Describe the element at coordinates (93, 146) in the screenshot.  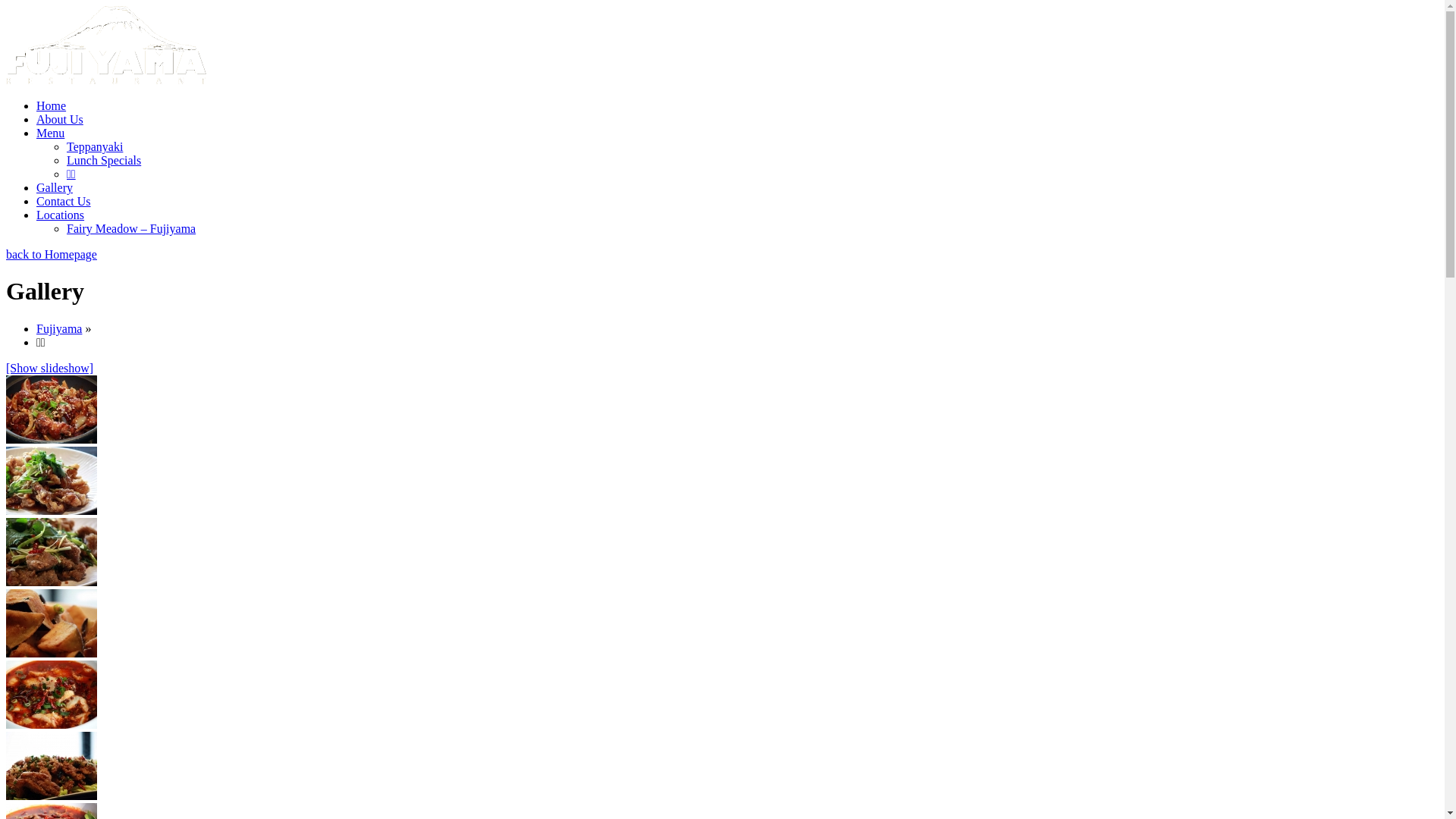
I see `'Teppanyaki'` at that location.